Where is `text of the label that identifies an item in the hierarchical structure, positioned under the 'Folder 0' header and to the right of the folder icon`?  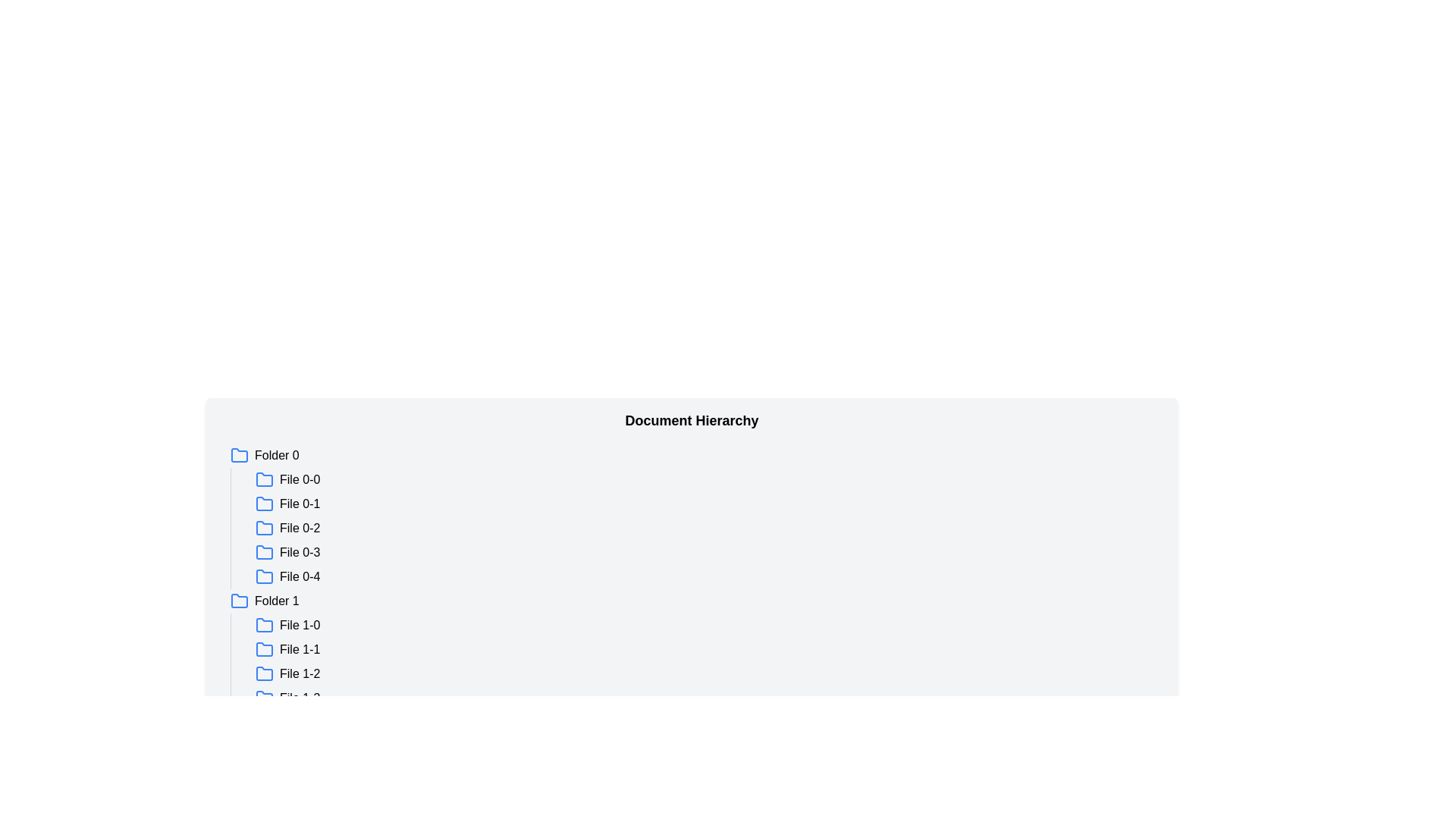 text of the label that identifies an item in the hierarchical structure, positioned under the 'Folder 0' header and to the right of the folder icon is located at coordinates (300, 479).